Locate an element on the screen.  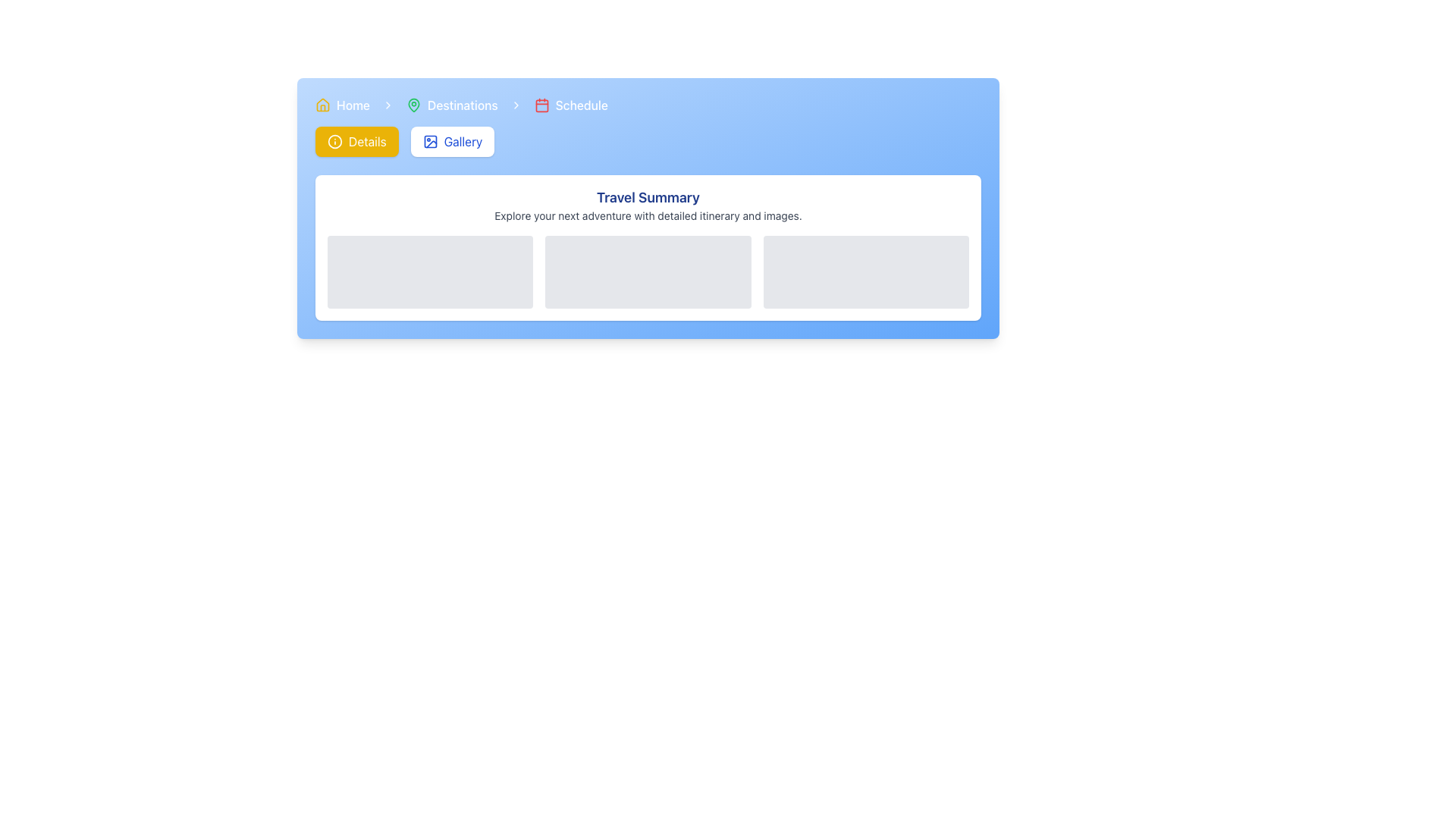
label of the text element displaying 'Destinations', which is part of a navigation breadcrumb and situated to the right of a green map pin icon is located at coordinates (462, 104).